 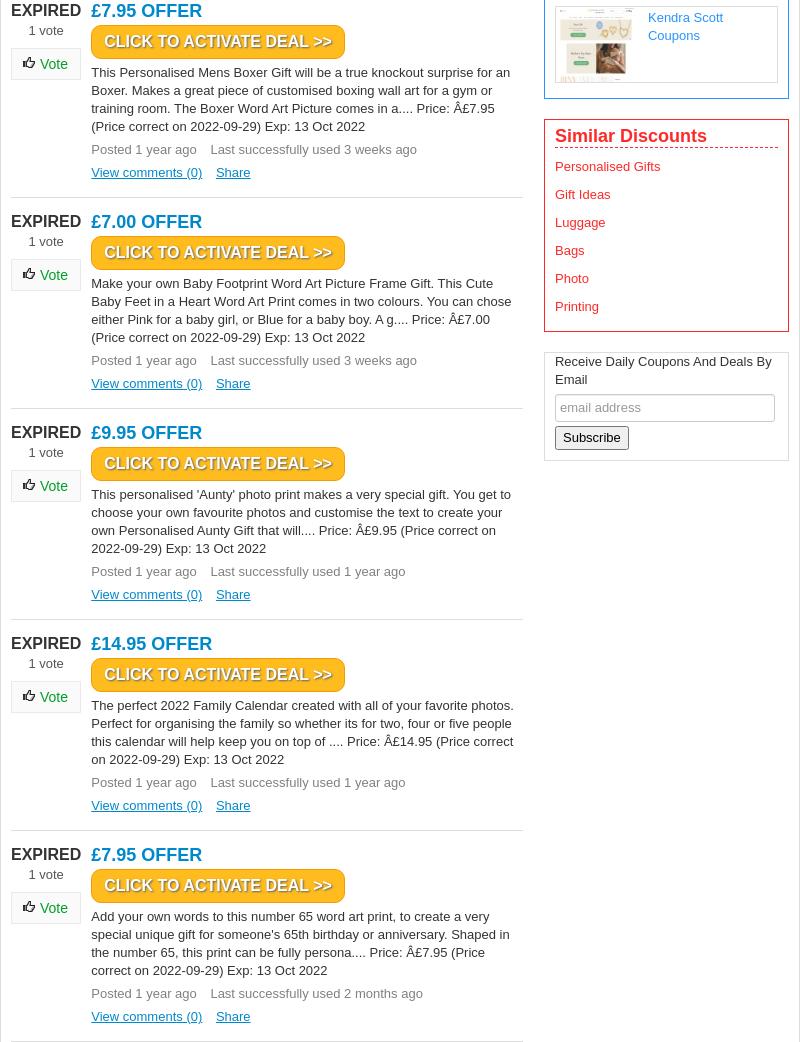 I want to click on 'Photo', so click(x=554, y=278).